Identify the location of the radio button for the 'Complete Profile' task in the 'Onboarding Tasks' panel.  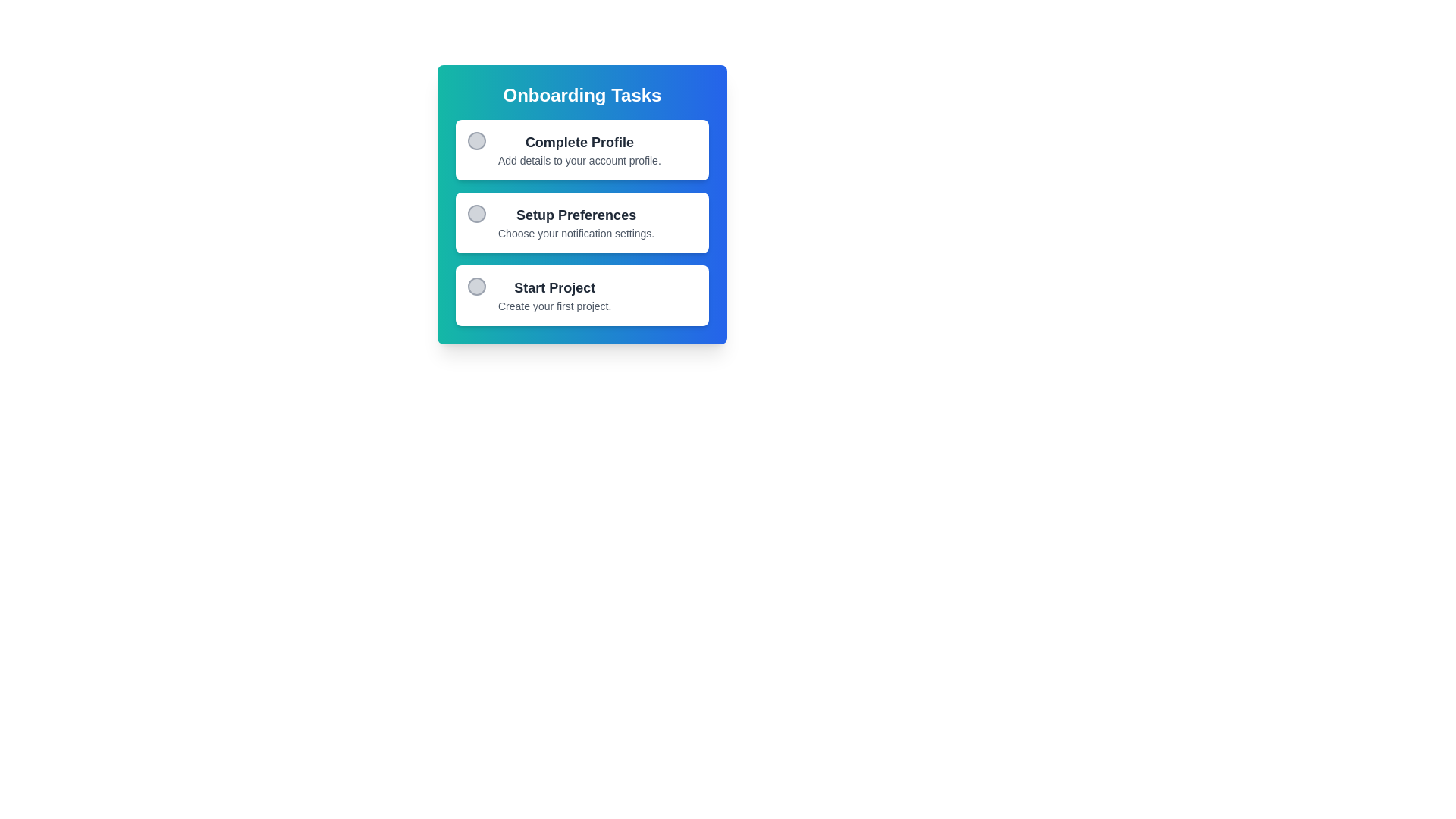
(475, 140).